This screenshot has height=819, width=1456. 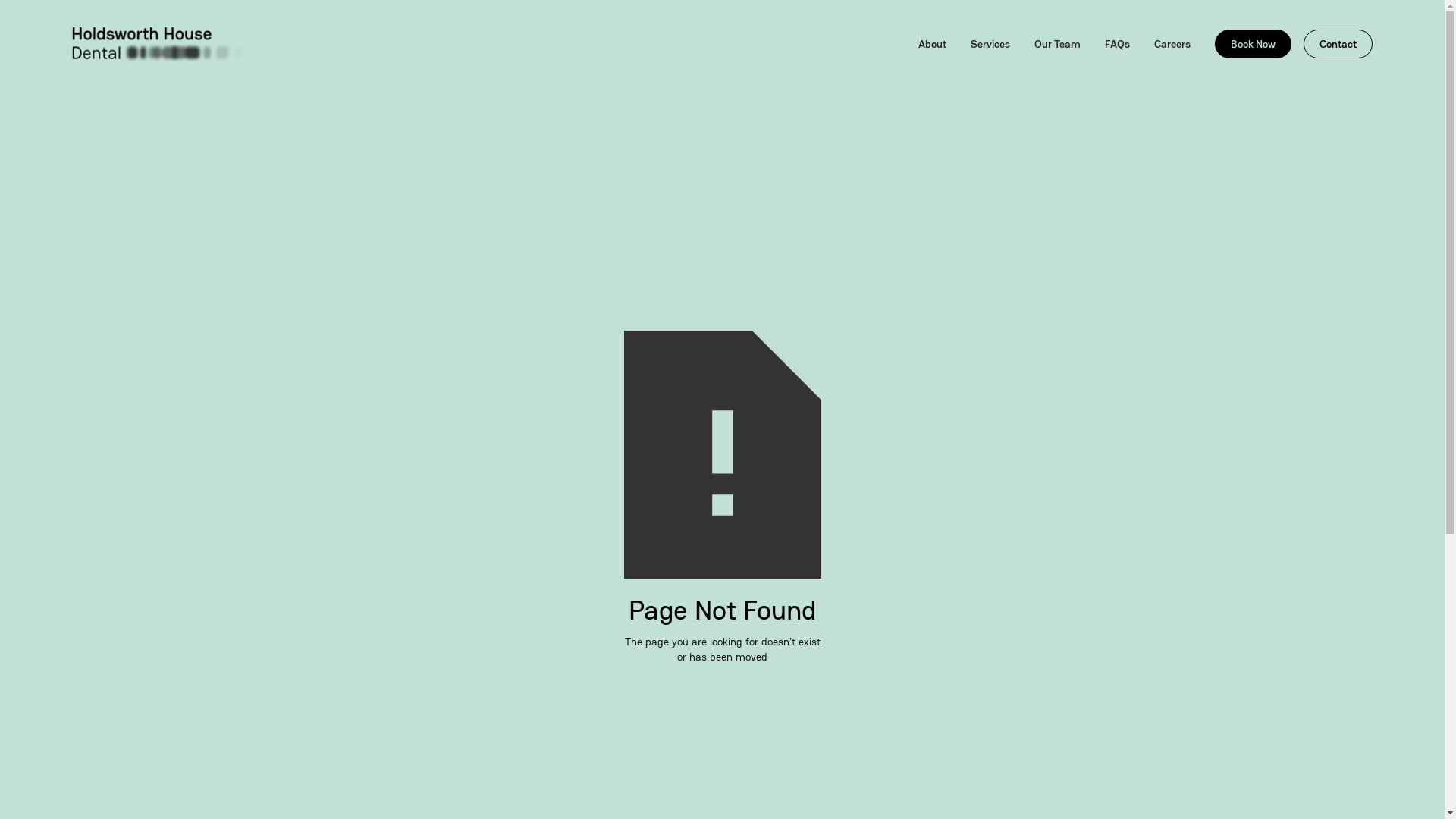 I want to click on 'FAQs', so click(x=1117, y=42).